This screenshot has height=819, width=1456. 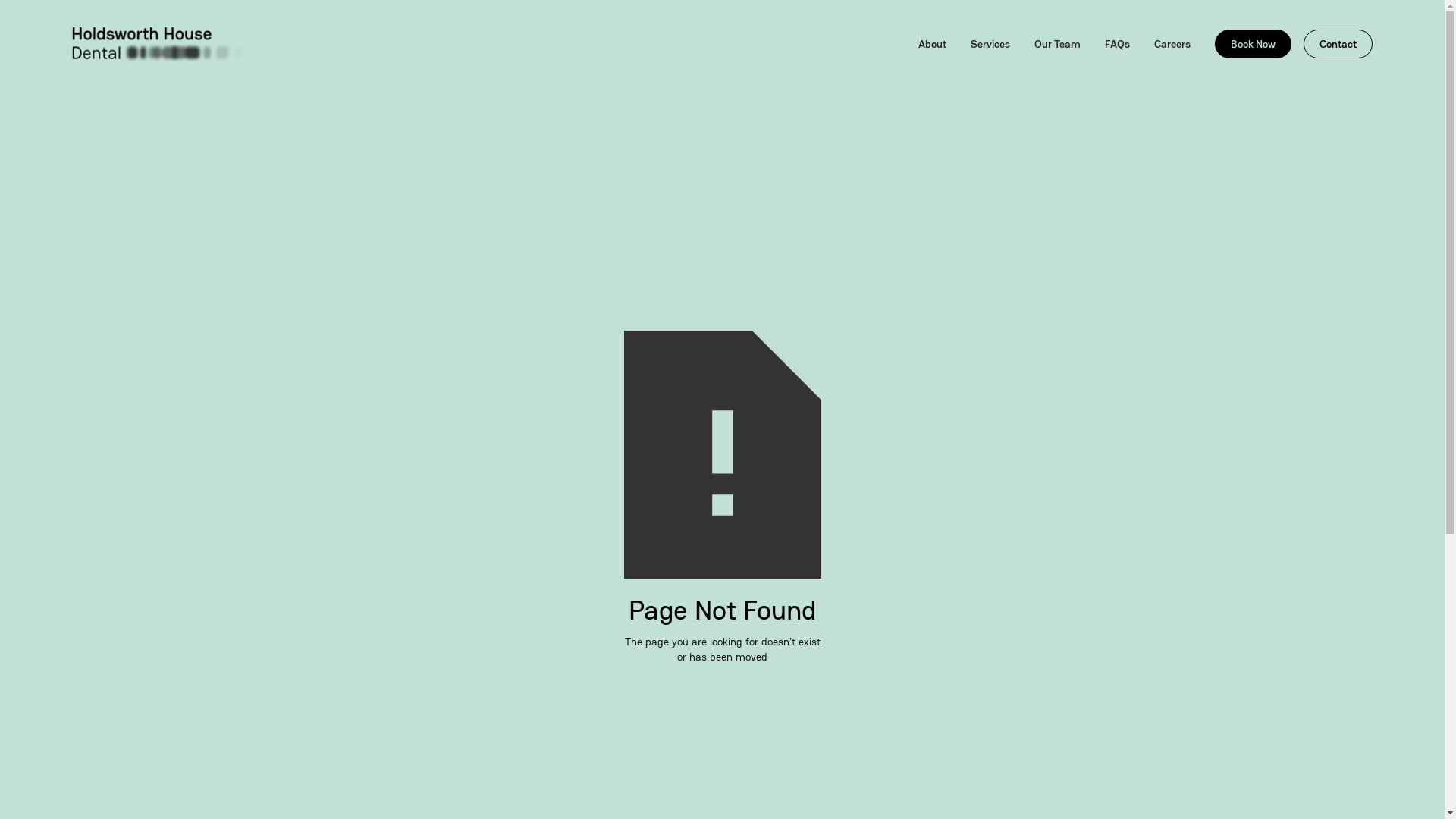 I want to click on 'FAQs', so click(x=1117, y=42).